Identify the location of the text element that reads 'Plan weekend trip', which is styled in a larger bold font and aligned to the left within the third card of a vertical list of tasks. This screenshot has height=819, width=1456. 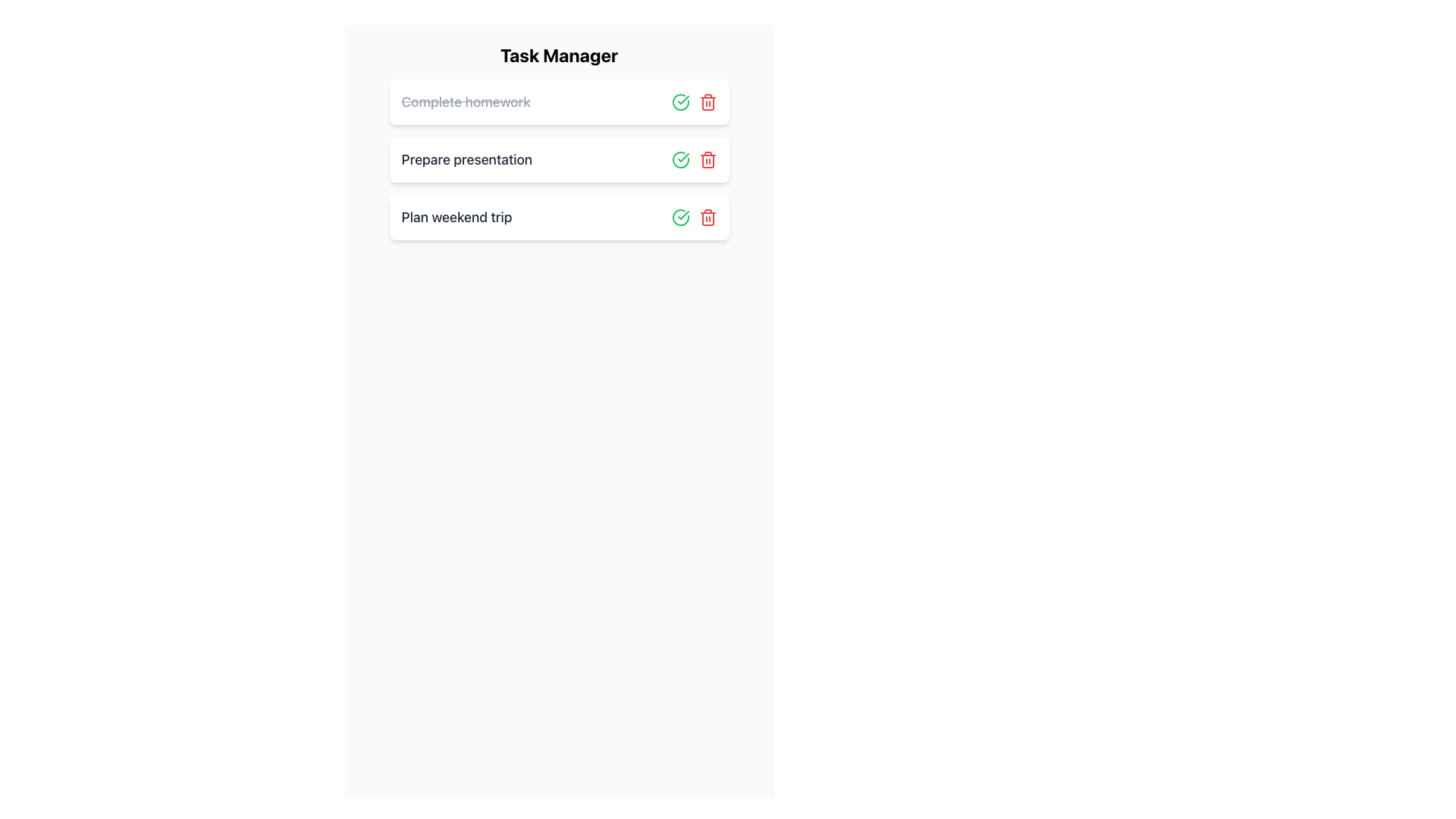
(456, 217).